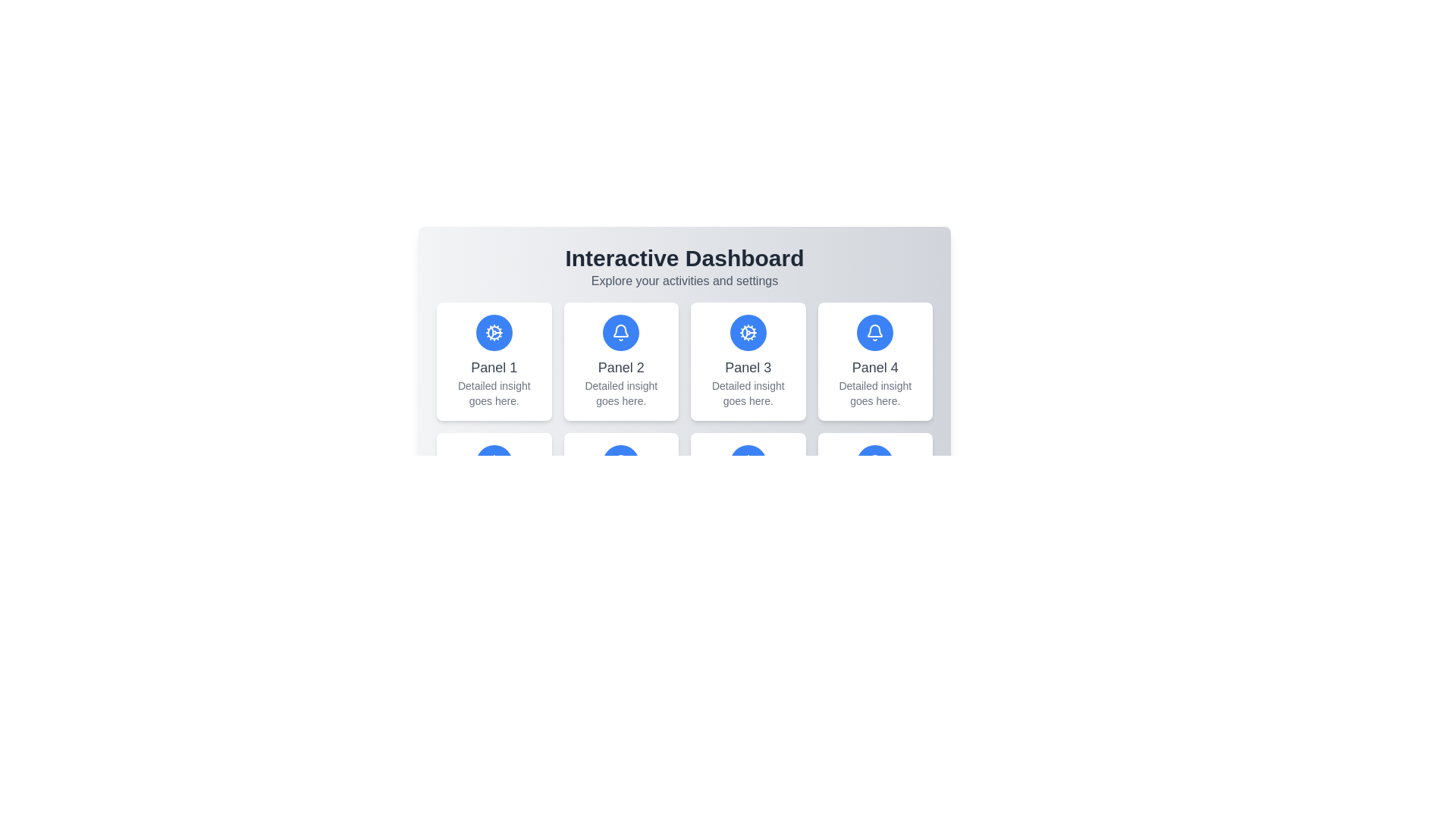 The image size is (1456, 819). Describe the element at coordinates (748, 332) in the screenshot. I see `the circular blue icon with a white cogwheel symbol at its center, located in the top row of panel cards in the dashboard` at that location.